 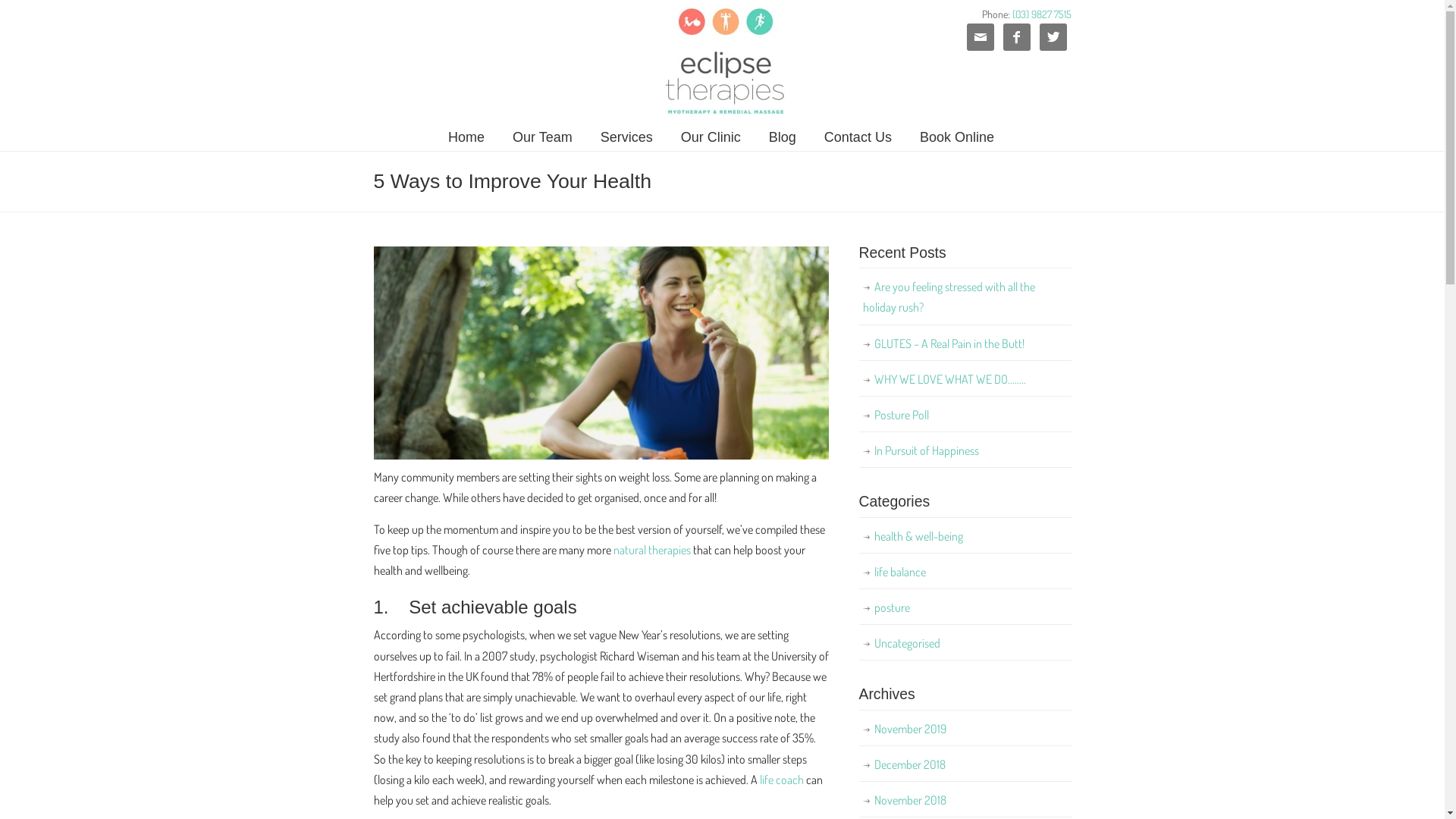 I want to click on 'Book Online', so click(x=956, y=137).